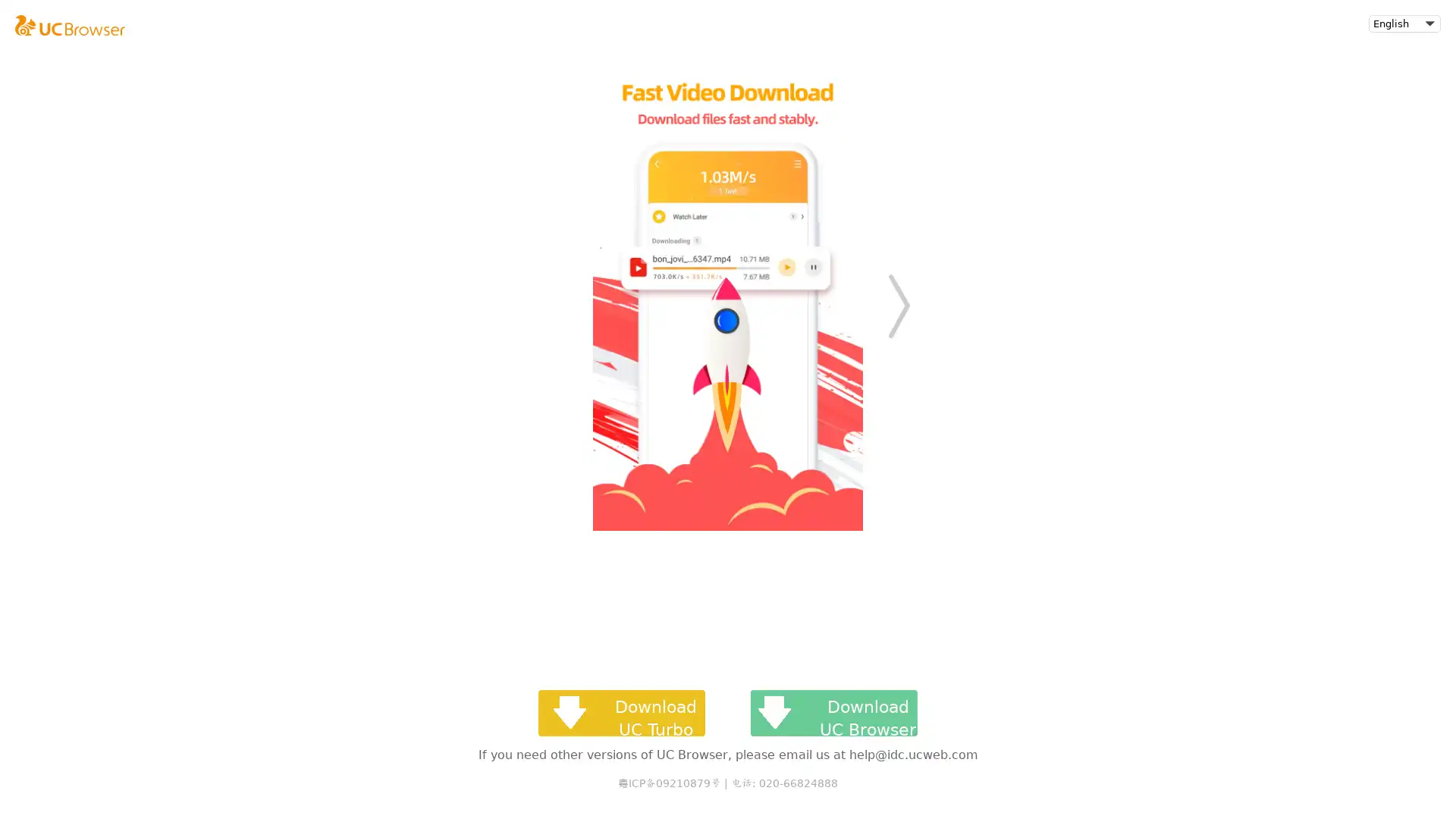 The image size is (1456, 819). I want to click on Next slide, so click(899, 306).